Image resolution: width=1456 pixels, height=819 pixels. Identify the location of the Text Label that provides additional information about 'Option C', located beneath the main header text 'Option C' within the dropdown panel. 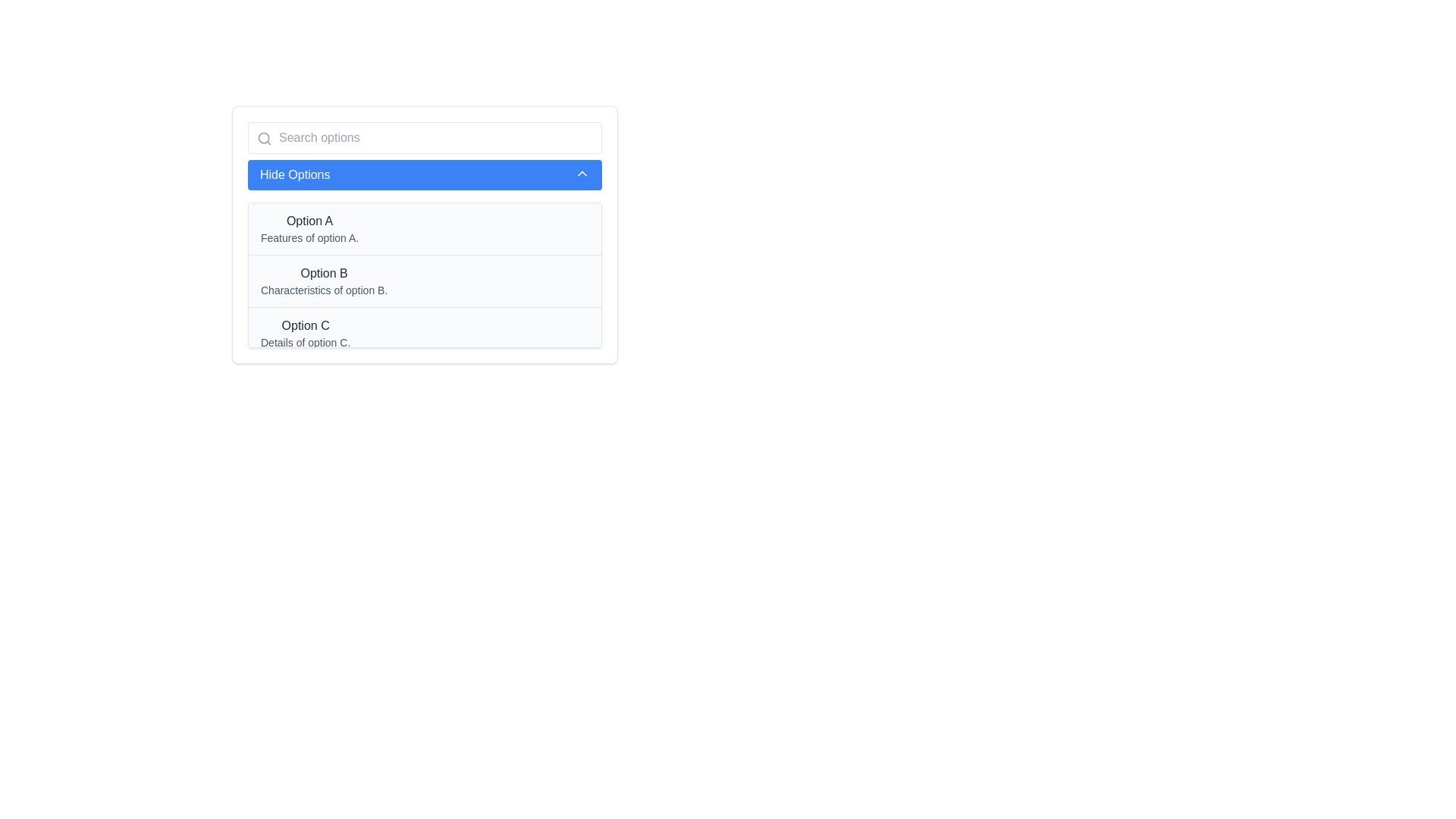
(305, 342).